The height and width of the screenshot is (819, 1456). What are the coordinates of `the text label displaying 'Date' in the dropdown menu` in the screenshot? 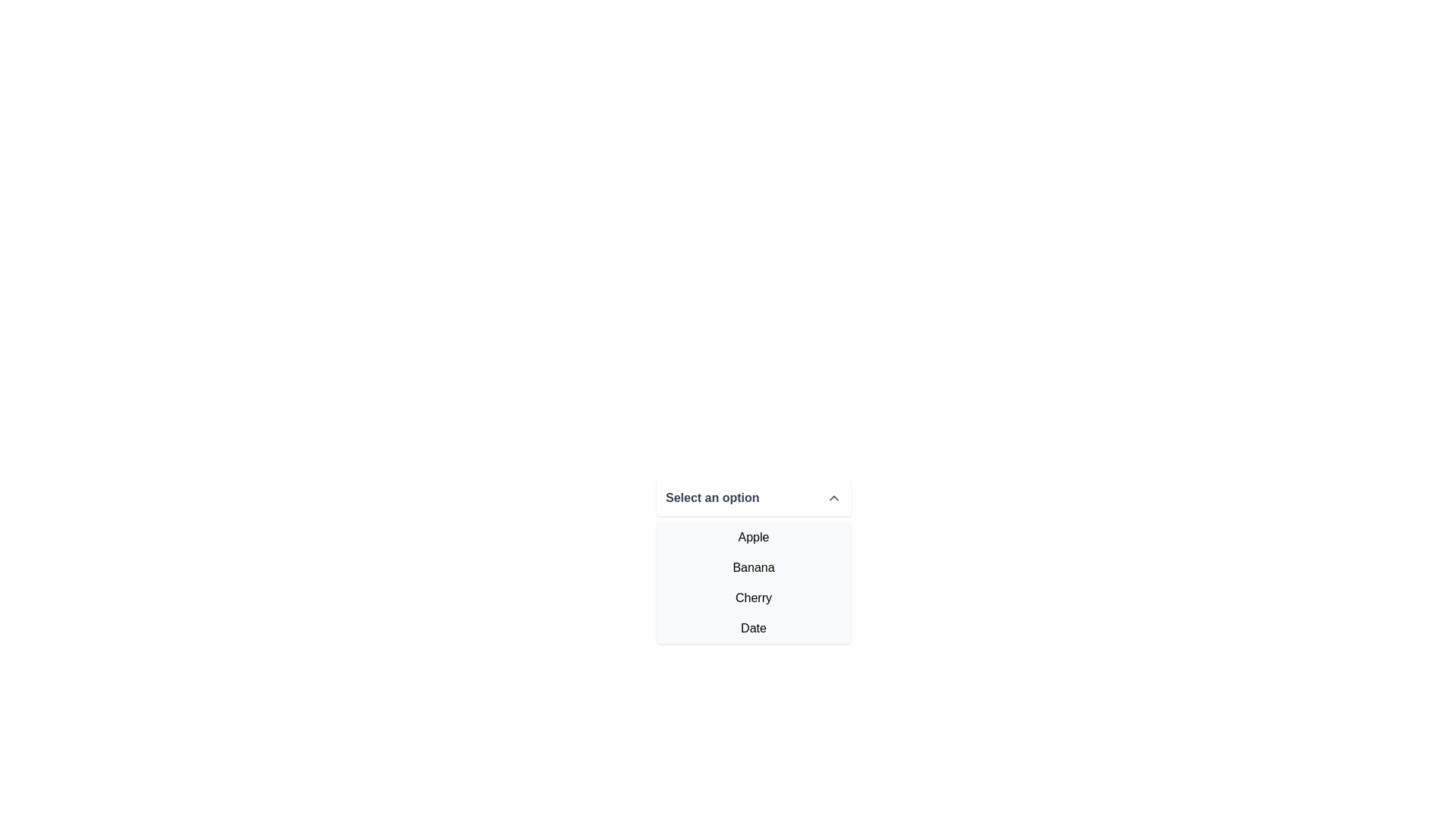 It's located at (753, 629).